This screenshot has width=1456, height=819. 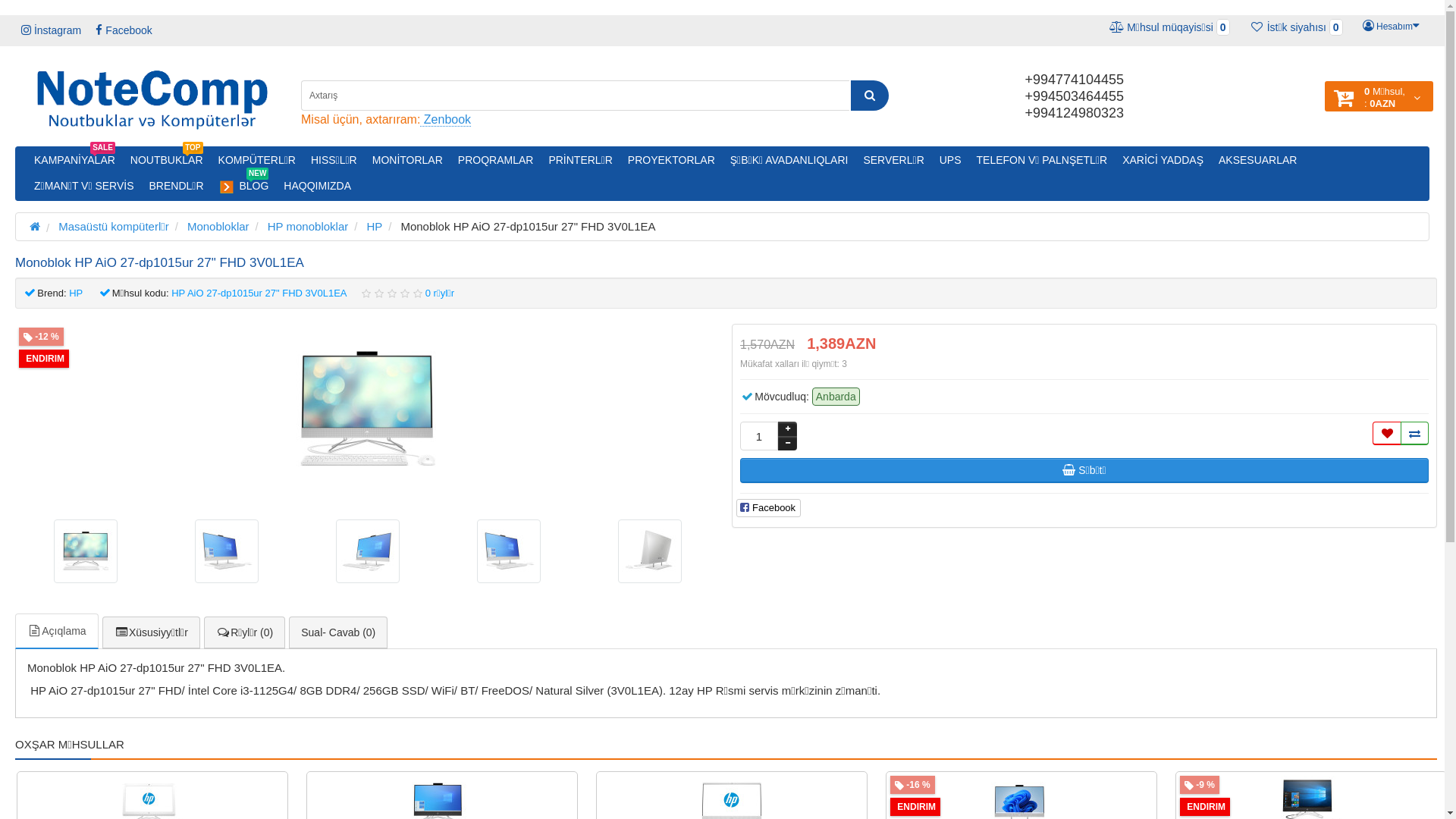 I want to click on '+994503464455', so click(x=1073, y=96).